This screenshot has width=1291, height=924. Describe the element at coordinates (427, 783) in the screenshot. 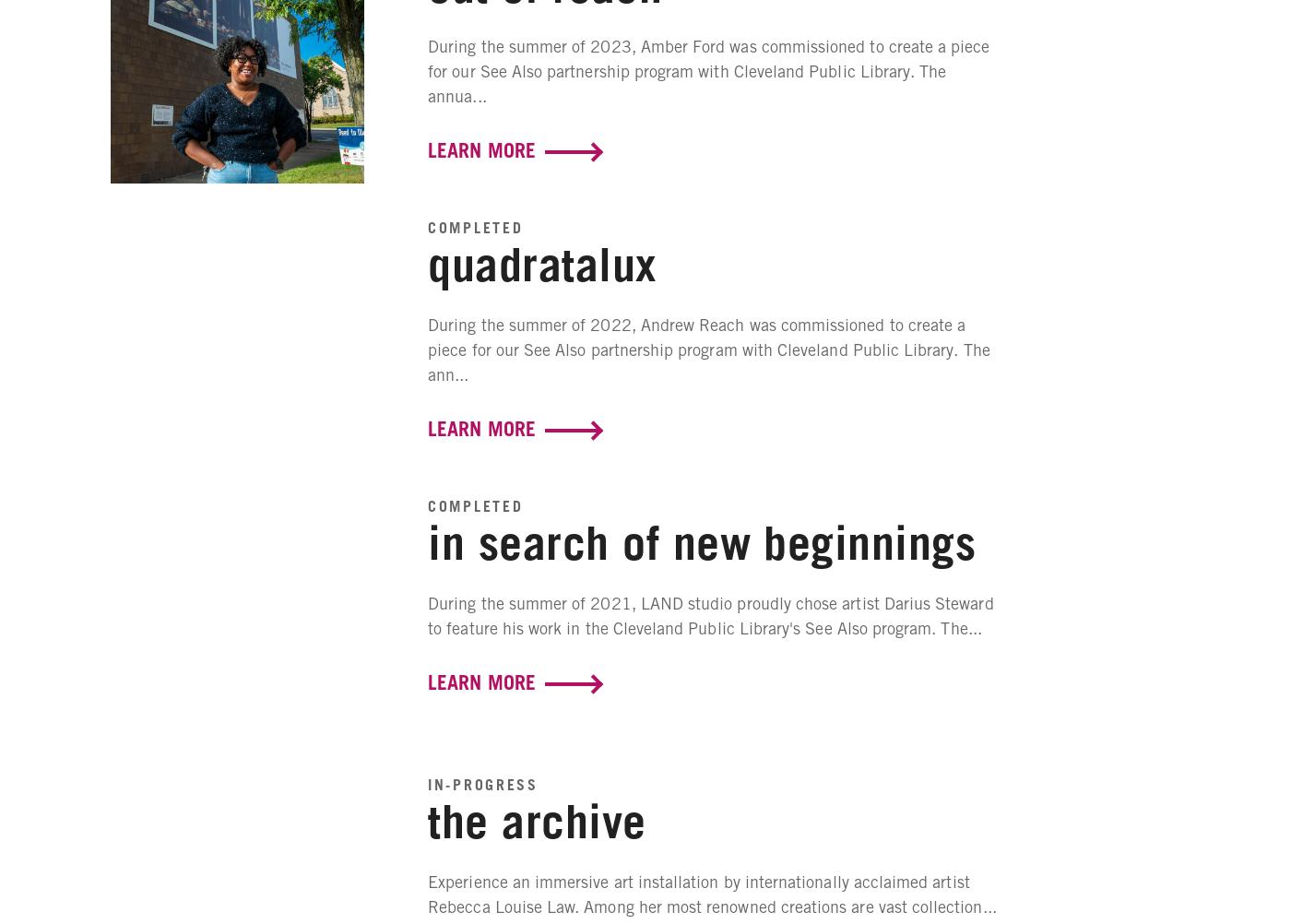

I see `'In-Progress'` at that location.